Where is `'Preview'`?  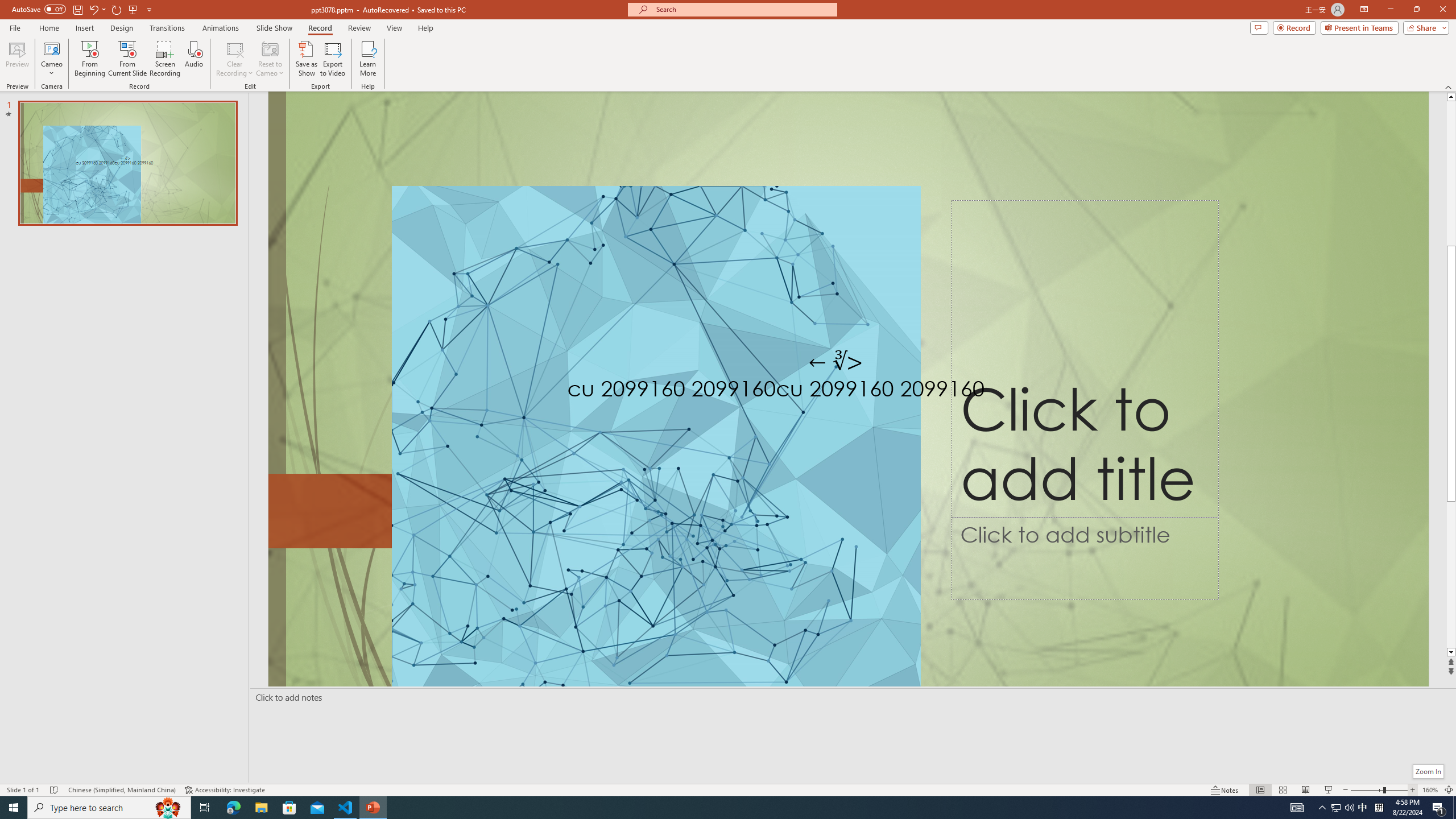
'Preview' is located at coordinates (16, 59).